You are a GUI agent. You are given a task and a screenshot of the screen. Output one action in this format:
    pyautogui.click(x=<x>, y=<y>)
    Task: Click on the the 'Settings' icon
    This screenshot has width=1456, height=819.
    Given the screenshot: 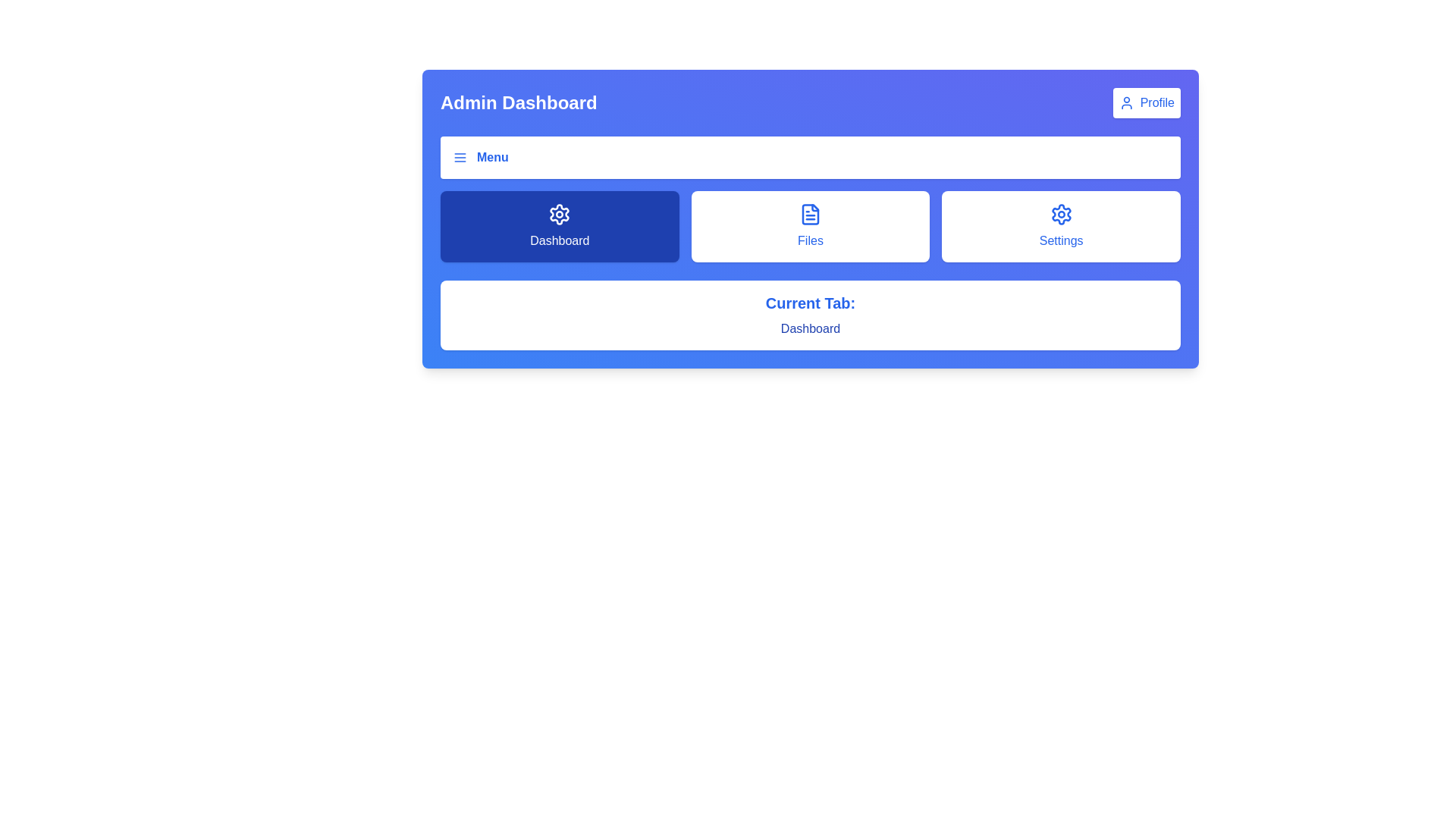 What is the action you would take?
    pyautogui.click(x=1060, y=214)
    